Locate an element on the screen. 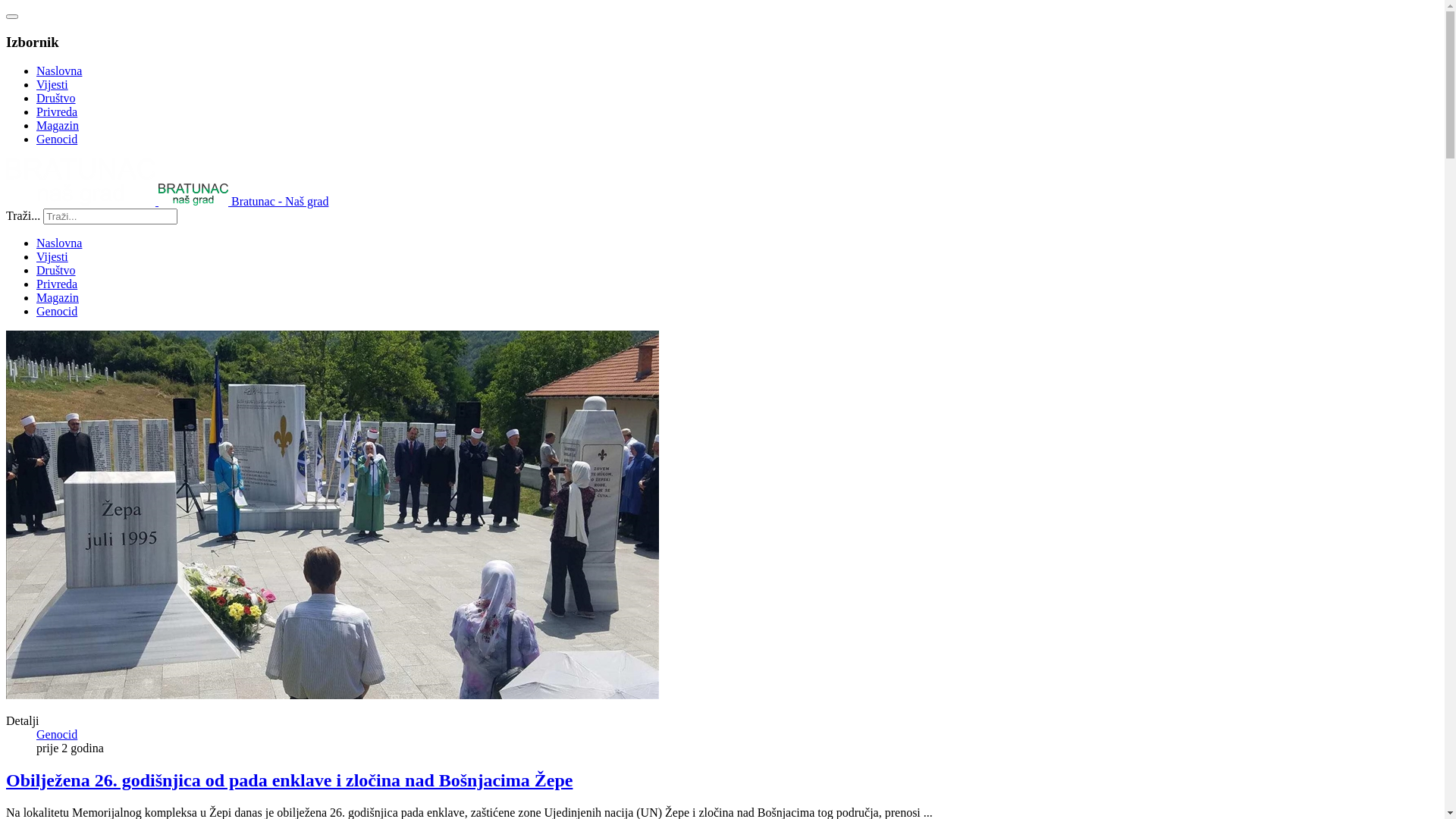 This screenshot has height=819, width=1456. 'Vijesti' is located at coordinates (36, 256).